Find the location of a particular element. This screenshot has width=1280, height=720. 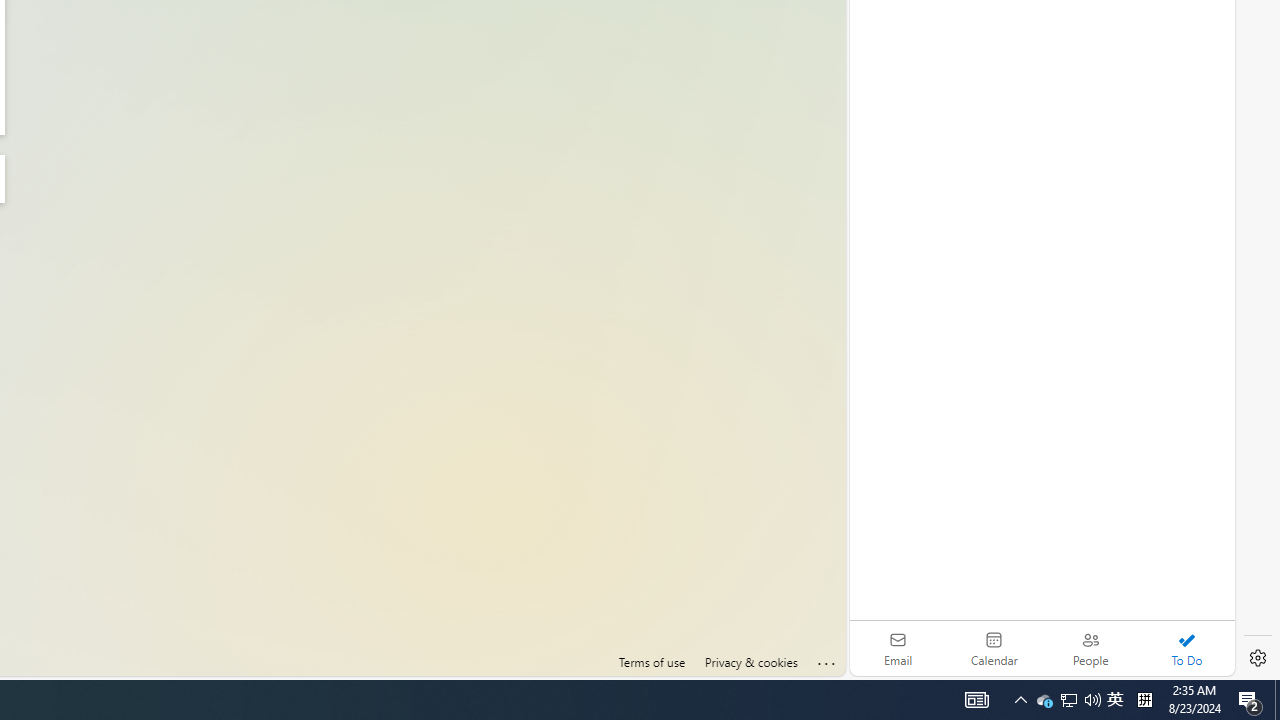

'To Do' is located at coordinates (1186, 648).